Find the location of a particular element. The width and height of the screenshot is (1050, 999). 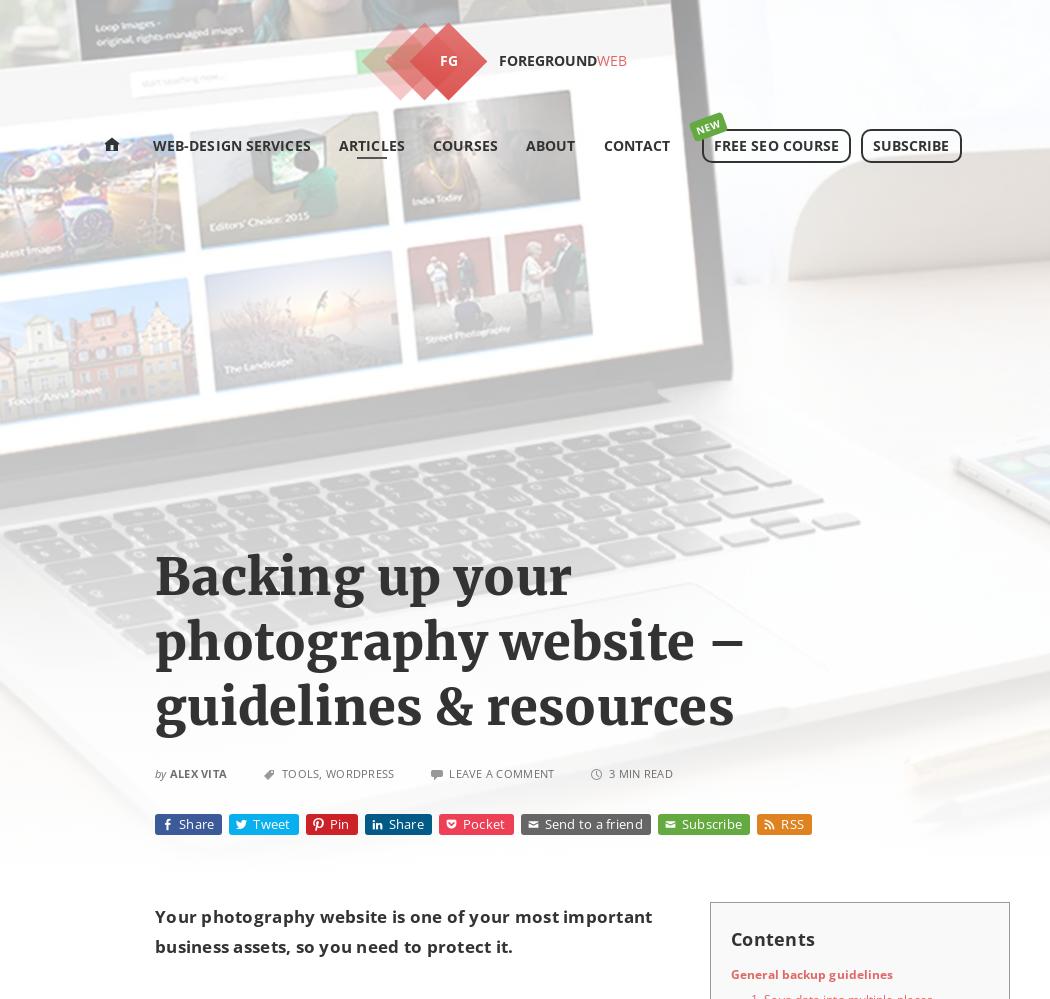

'tools' is located at coordinates (300, 772).